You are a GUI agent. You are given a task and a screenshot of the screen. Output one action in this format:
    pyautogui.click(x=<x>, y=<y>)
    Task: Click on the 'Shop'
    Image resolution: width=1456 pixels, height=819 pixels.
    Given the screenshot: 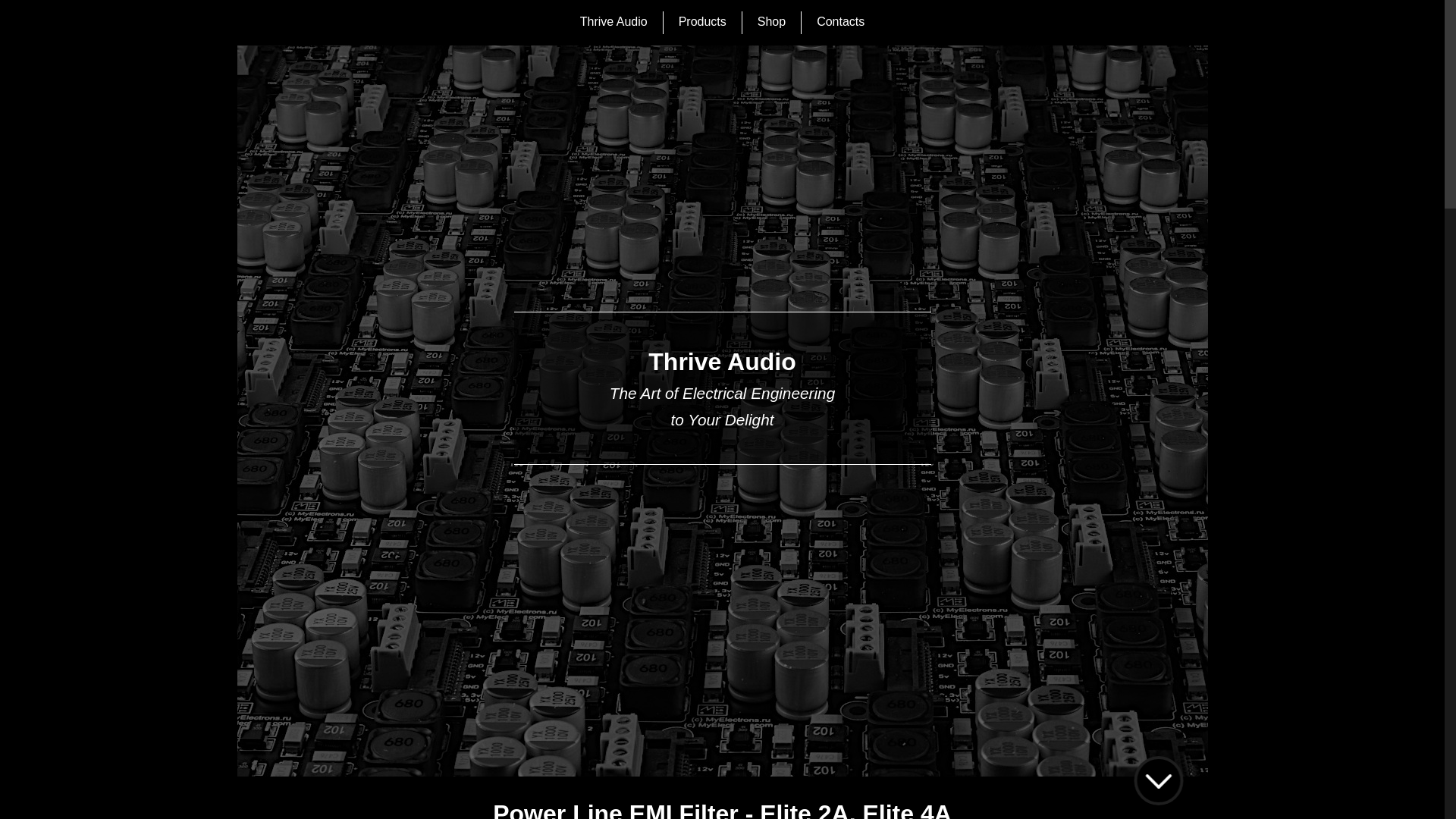 What is the action you would take?
    pyautogui.click(x=771, y=23)
    